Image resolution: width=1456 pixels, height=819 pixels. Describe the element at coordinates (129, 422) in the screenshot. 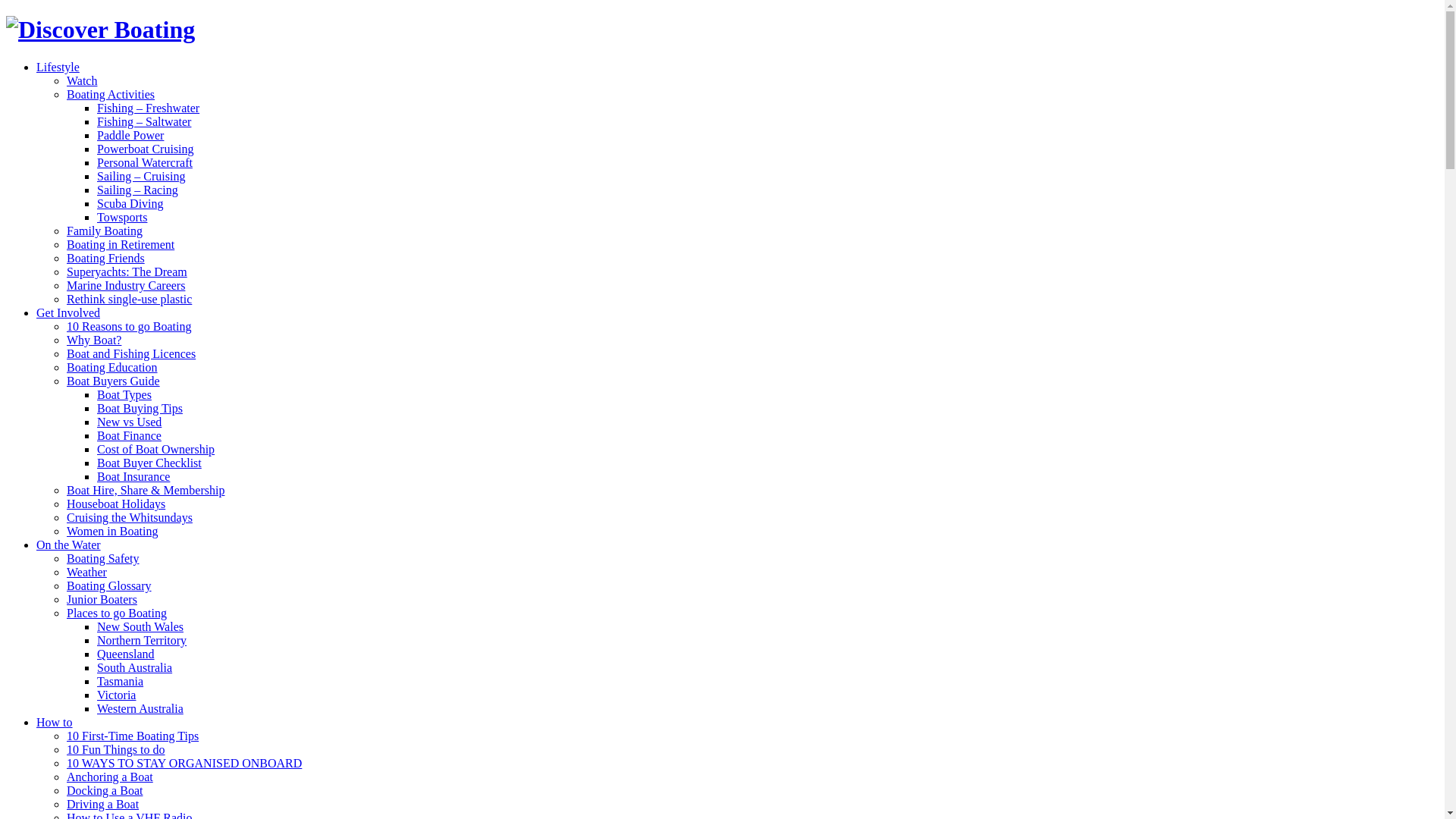

I see `'New vs Used'` at that location.